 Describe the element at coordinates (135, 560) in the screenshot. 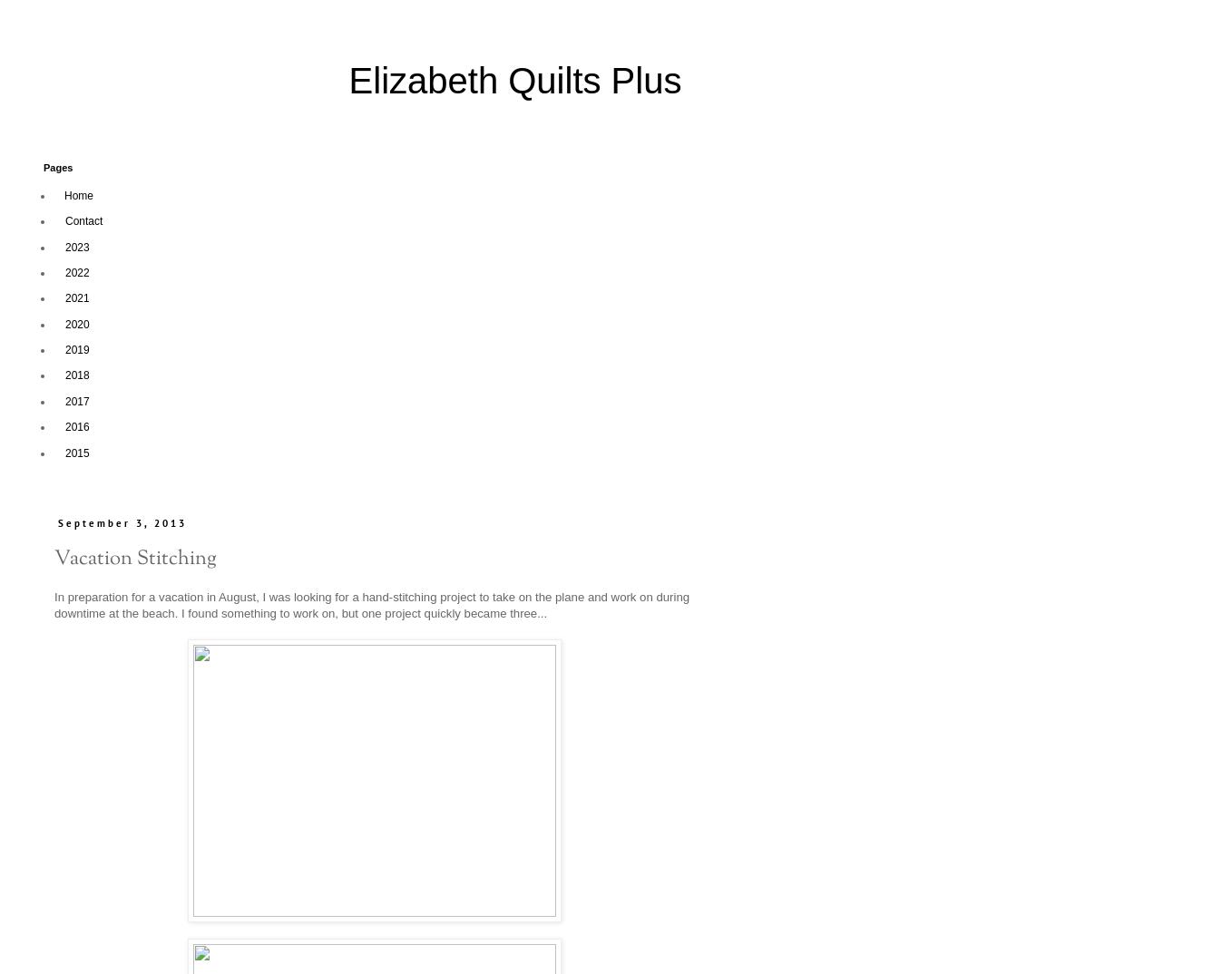

I see `'Vacation Stitching'` at that location.